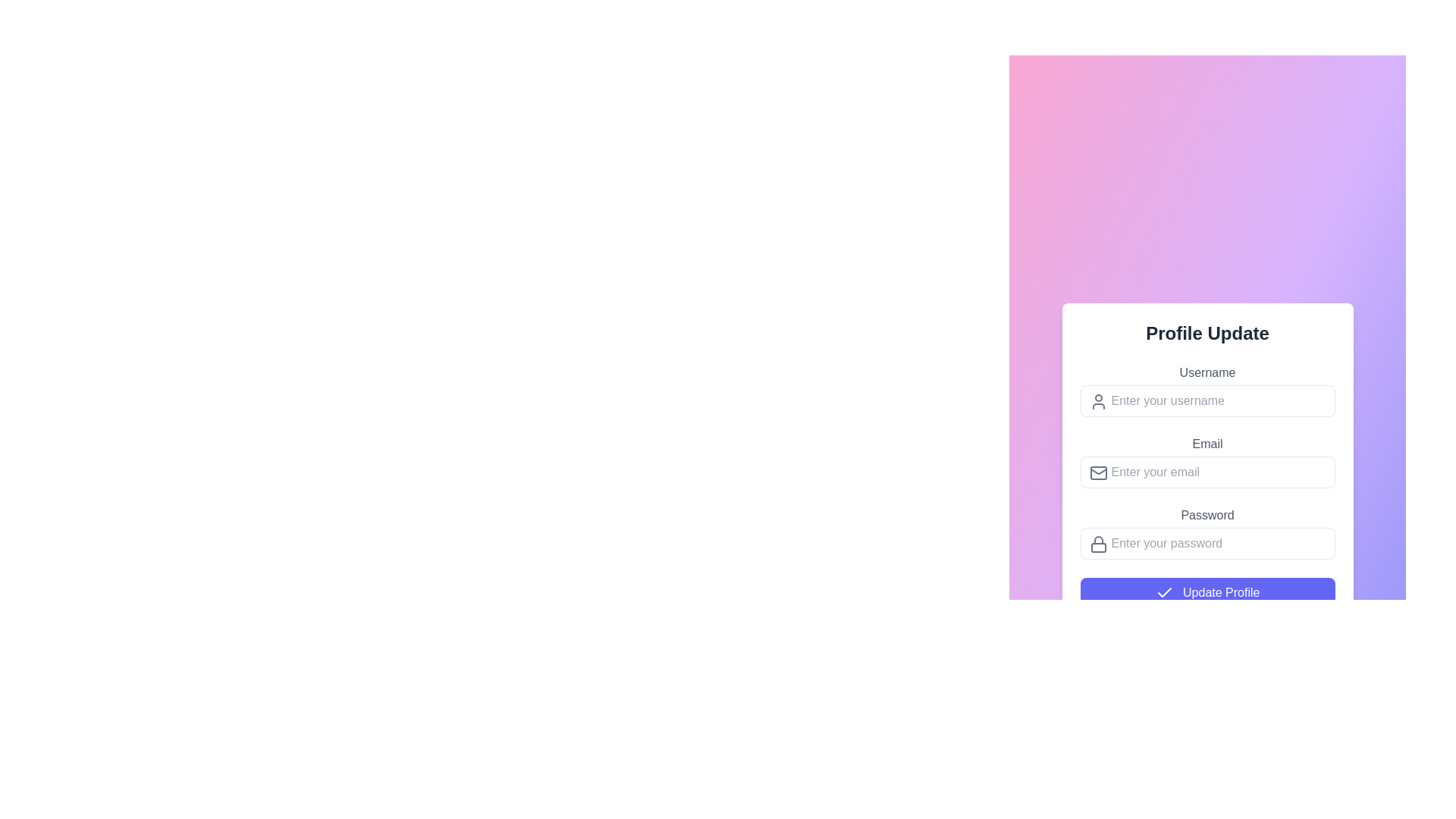  I want to click on the confirmation checkmark icon located to the left of the 'Update Profile' button, which signifies approval and submission, so click(1163, 592).